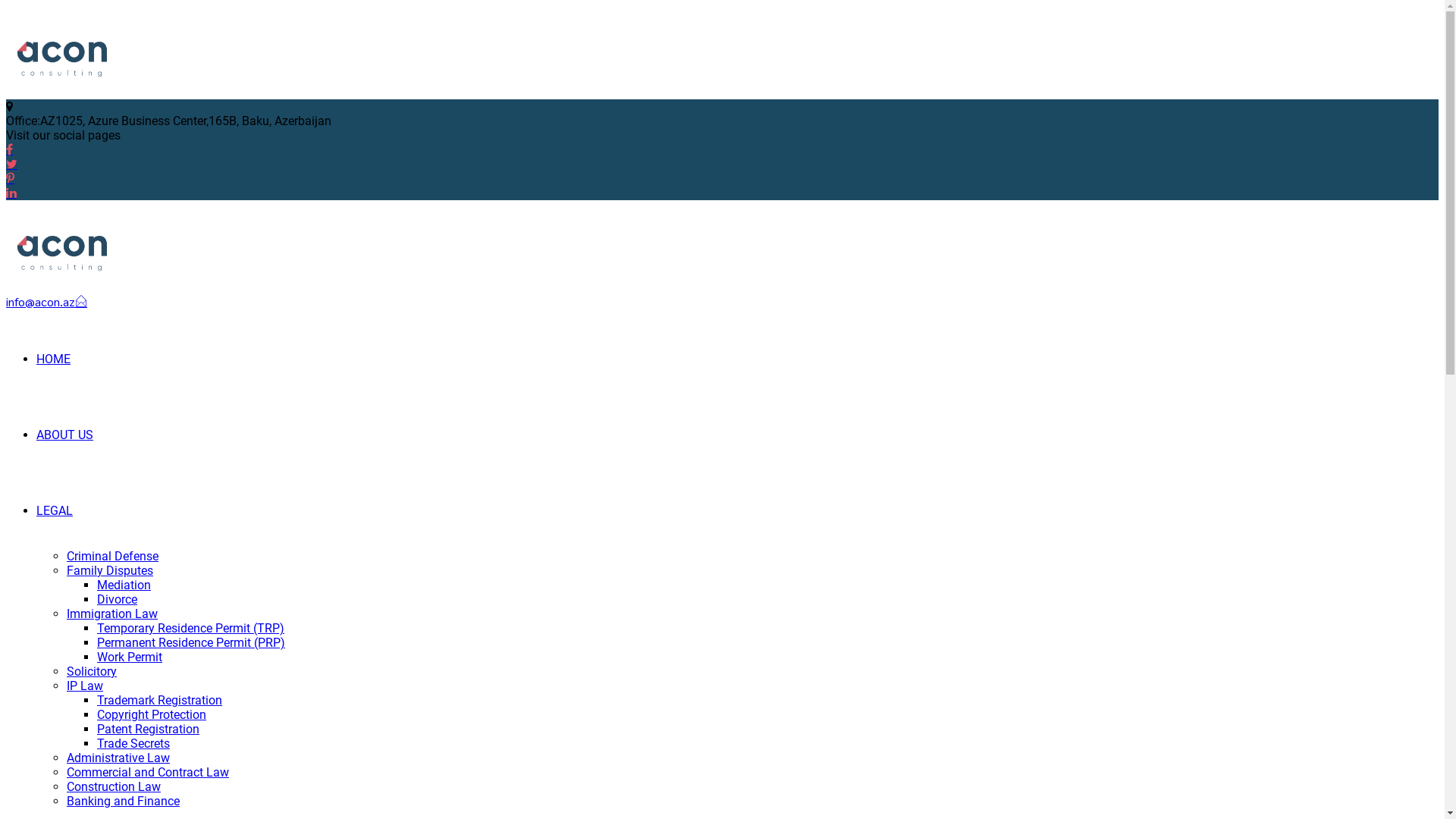 The width and height of the screenshot is (1456, 819). I want to click on 'Permanent Residence Permit (PRP)', so click(190, 642).